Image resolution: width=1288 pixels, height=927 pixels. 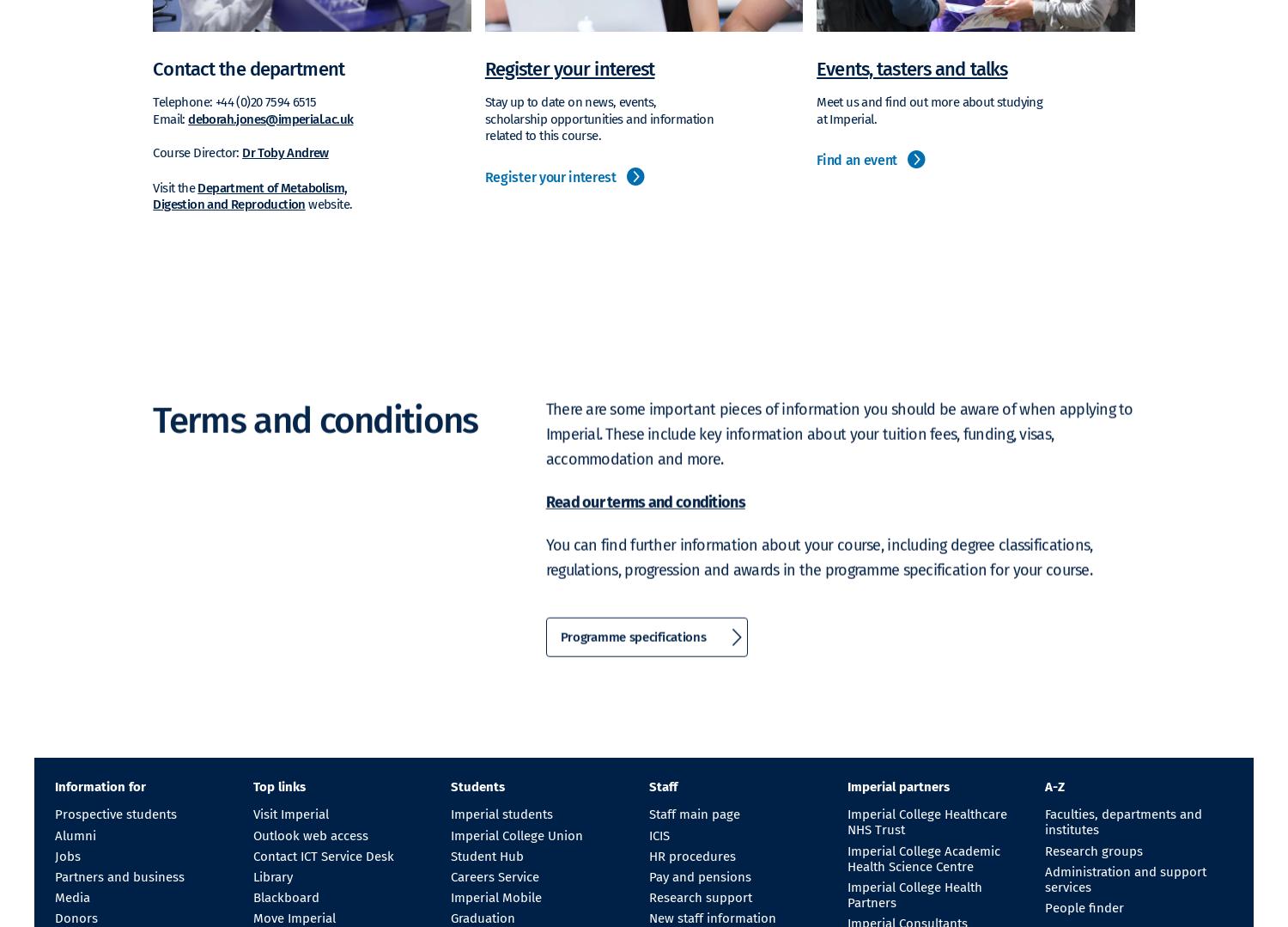 What do you see at coordinates (1093, 849) in the screenshot?
I see `'Research groups'` at bounding box center [1093, 849].